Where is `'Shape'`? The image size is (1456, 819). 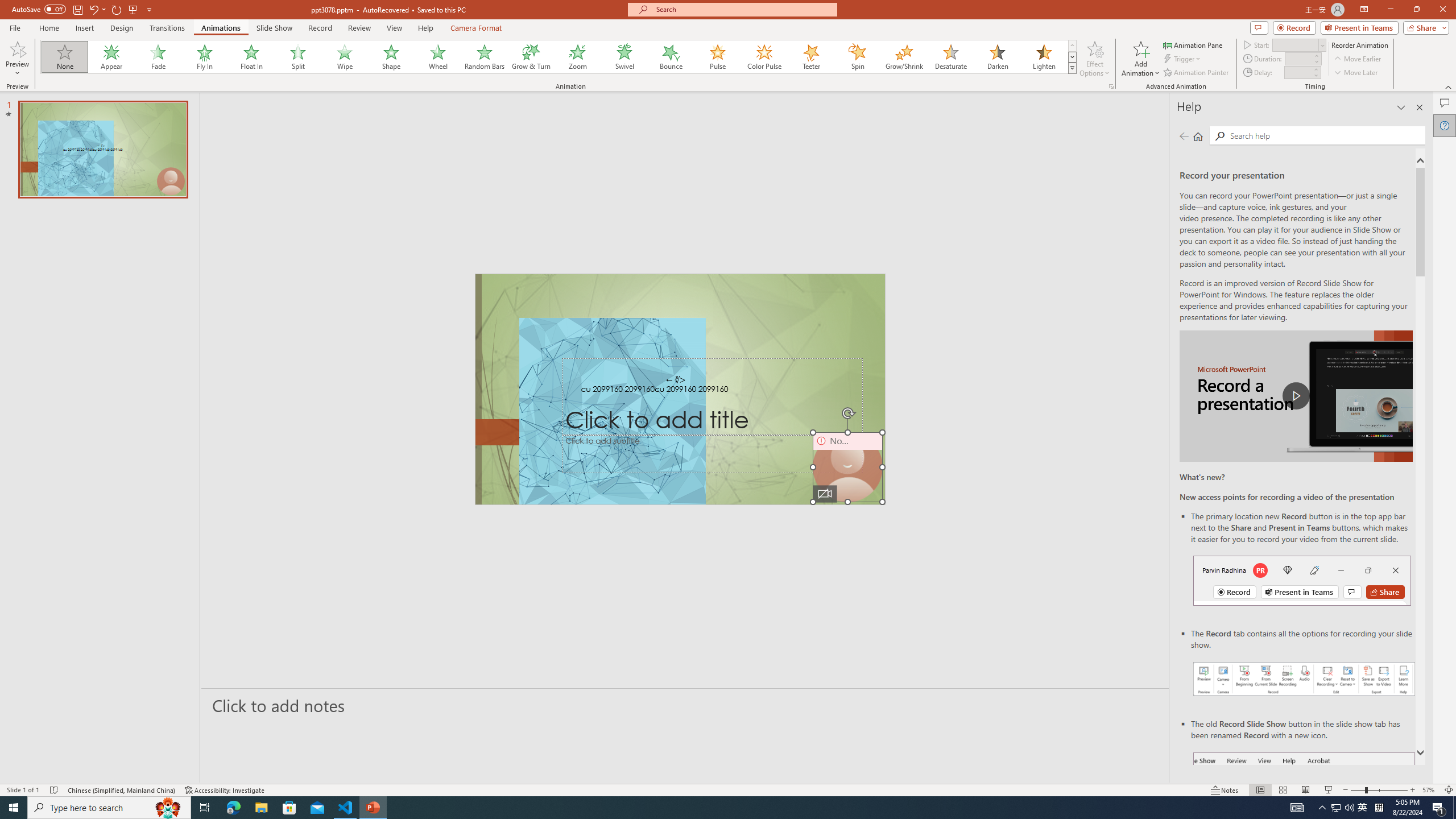 'Shape' is located at coordinates (391, 56).